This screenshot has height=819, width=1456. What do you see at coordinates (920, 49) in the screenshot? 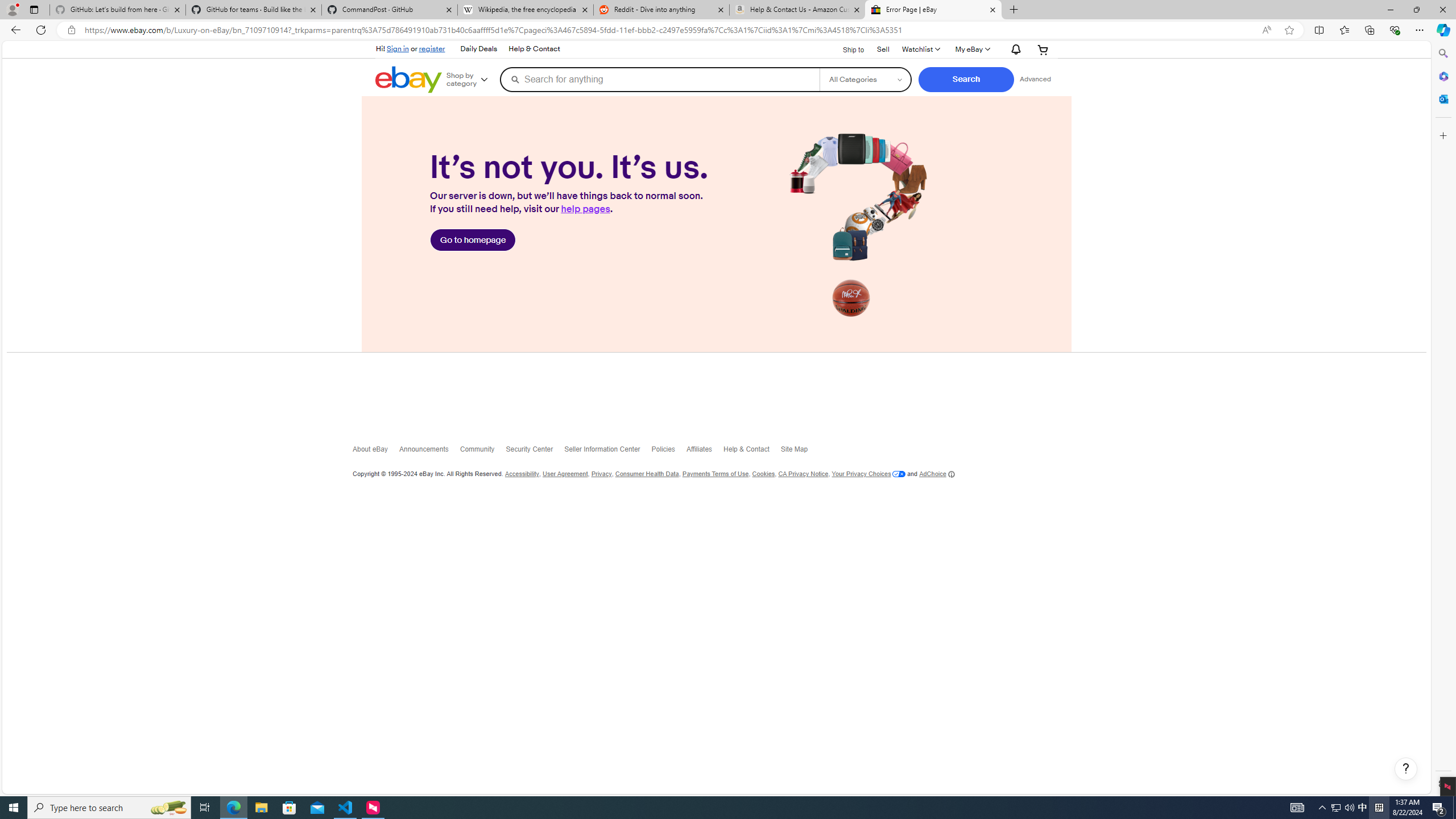
I see `'WatchlistExpand Watch List'` at bounding box center [920, 49].